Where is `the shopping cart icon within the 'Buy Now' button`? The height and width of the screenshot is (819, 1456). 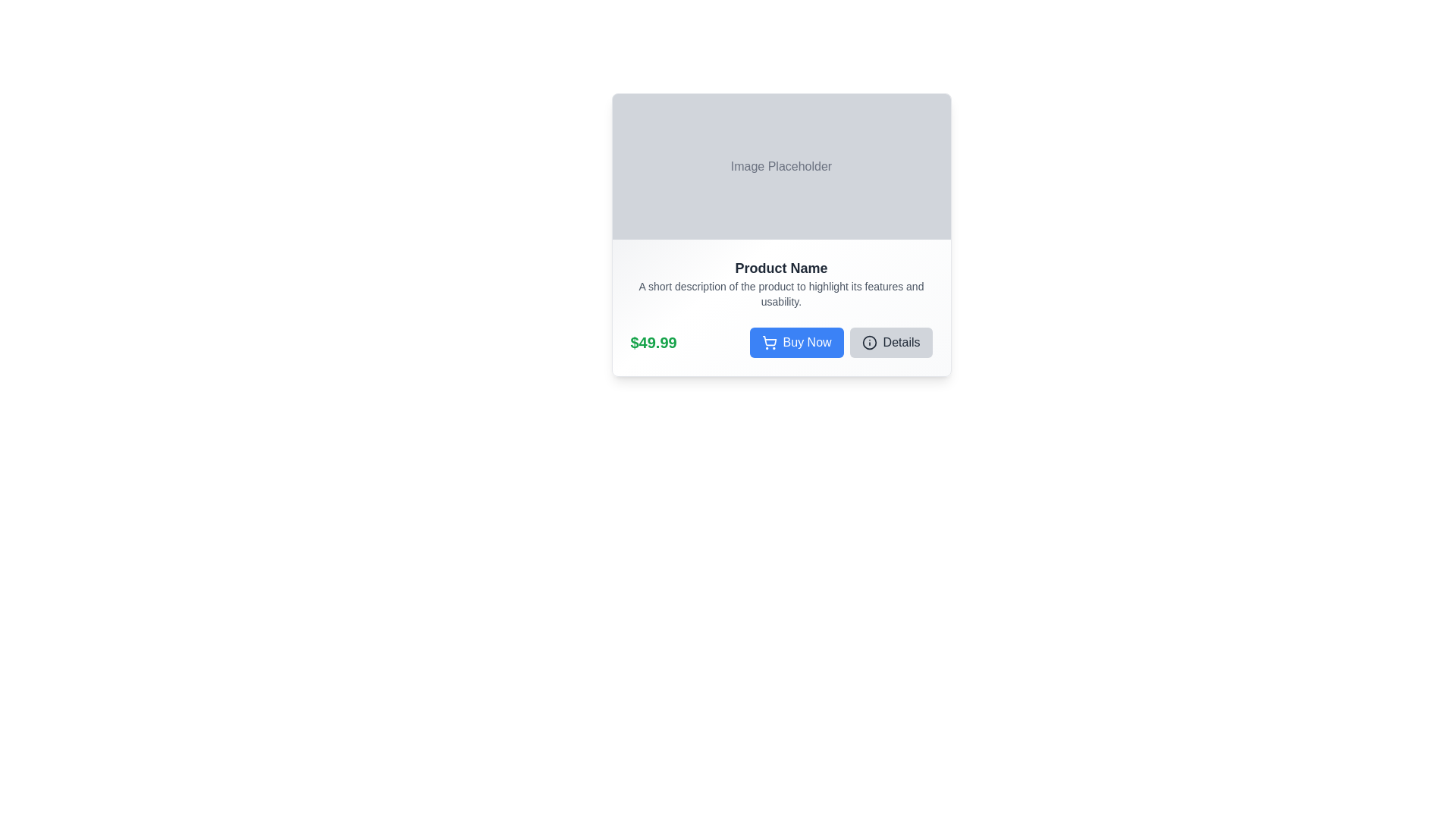
the shopping cart icon within the 'Buy Now' button is located at coordinates (769, 342).